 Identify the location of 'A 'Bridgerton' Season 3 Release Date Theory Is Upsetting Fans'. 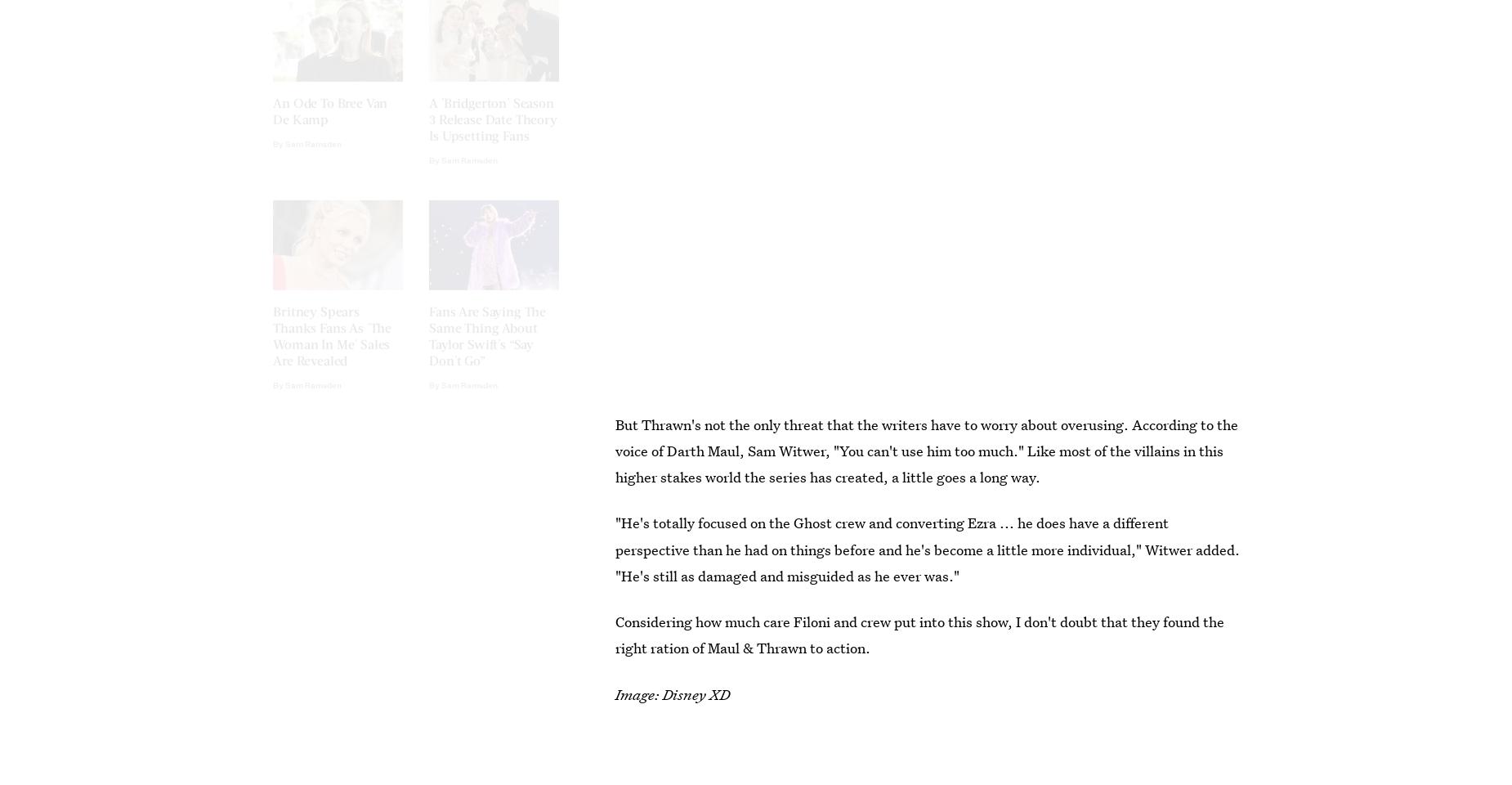
(429, 132).